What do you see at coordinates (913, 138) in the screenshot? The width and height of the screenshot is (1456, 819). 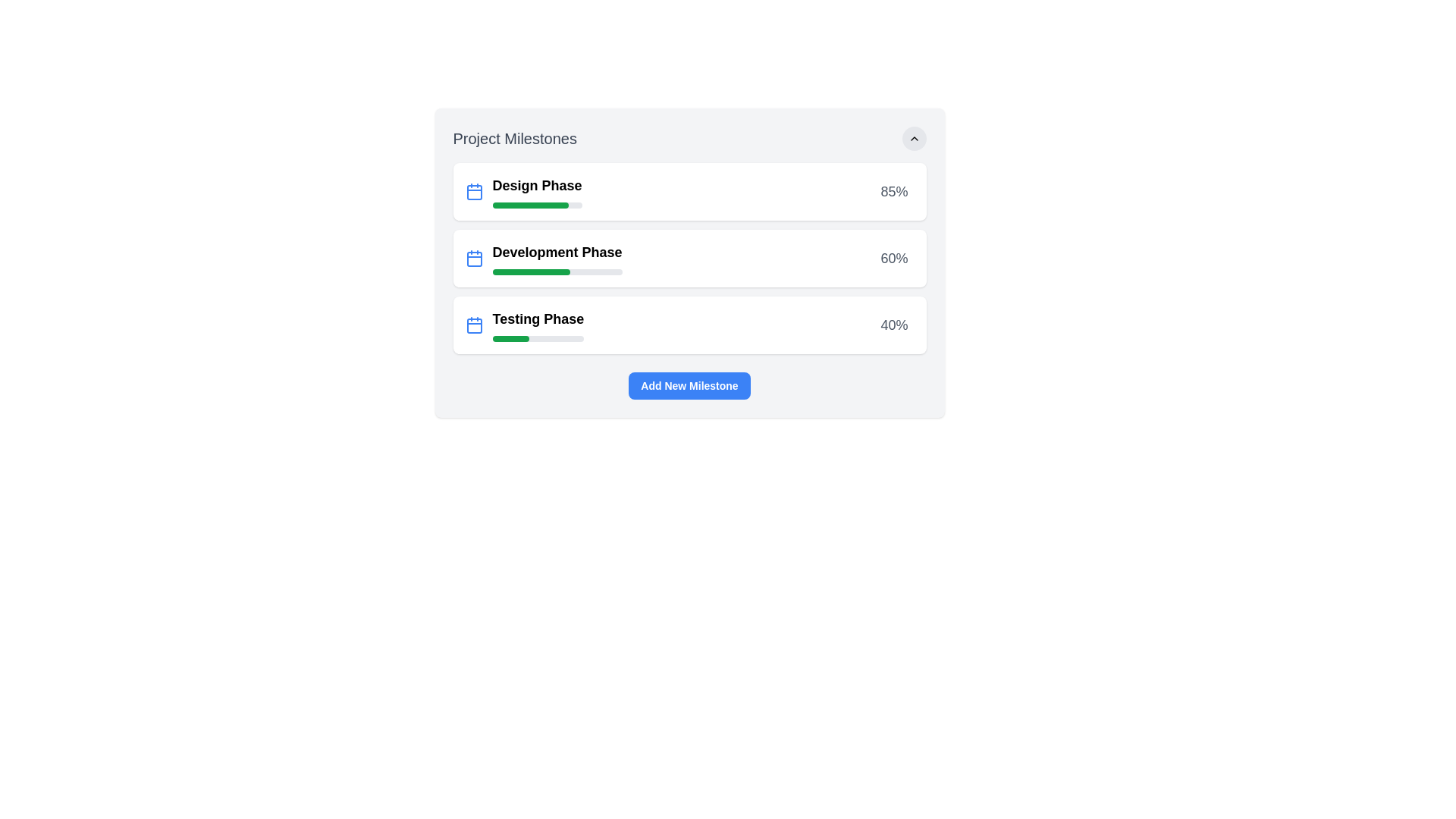 I see `the circular button with a light gray background and a black upward-pointing chevron icon located to the right of the 'Project Milestones' text to observe the hover effect` at bounding box center [913, 138].